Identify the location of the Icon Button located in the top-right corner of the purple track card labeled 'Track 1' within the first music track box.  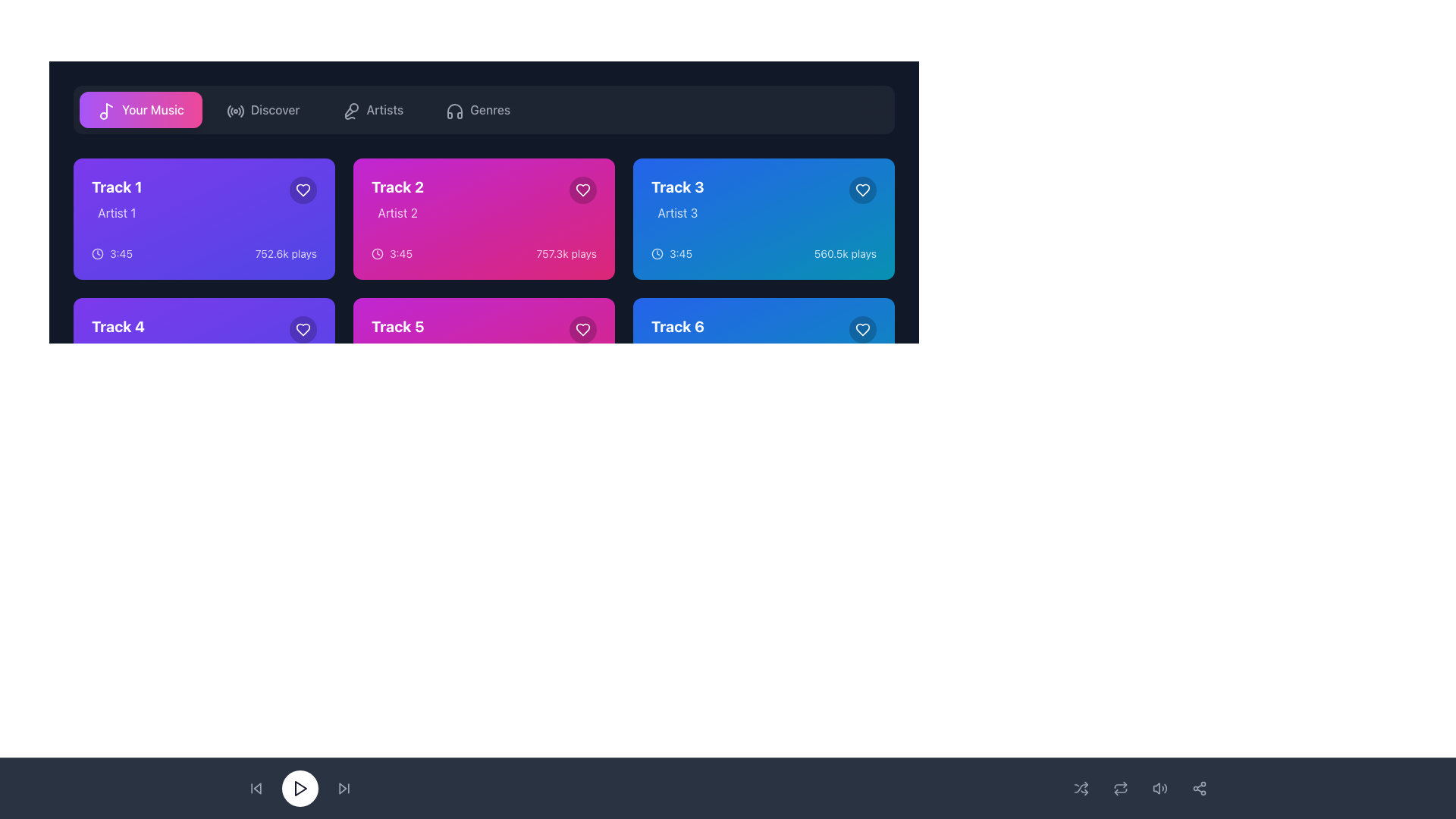
(303, 189).